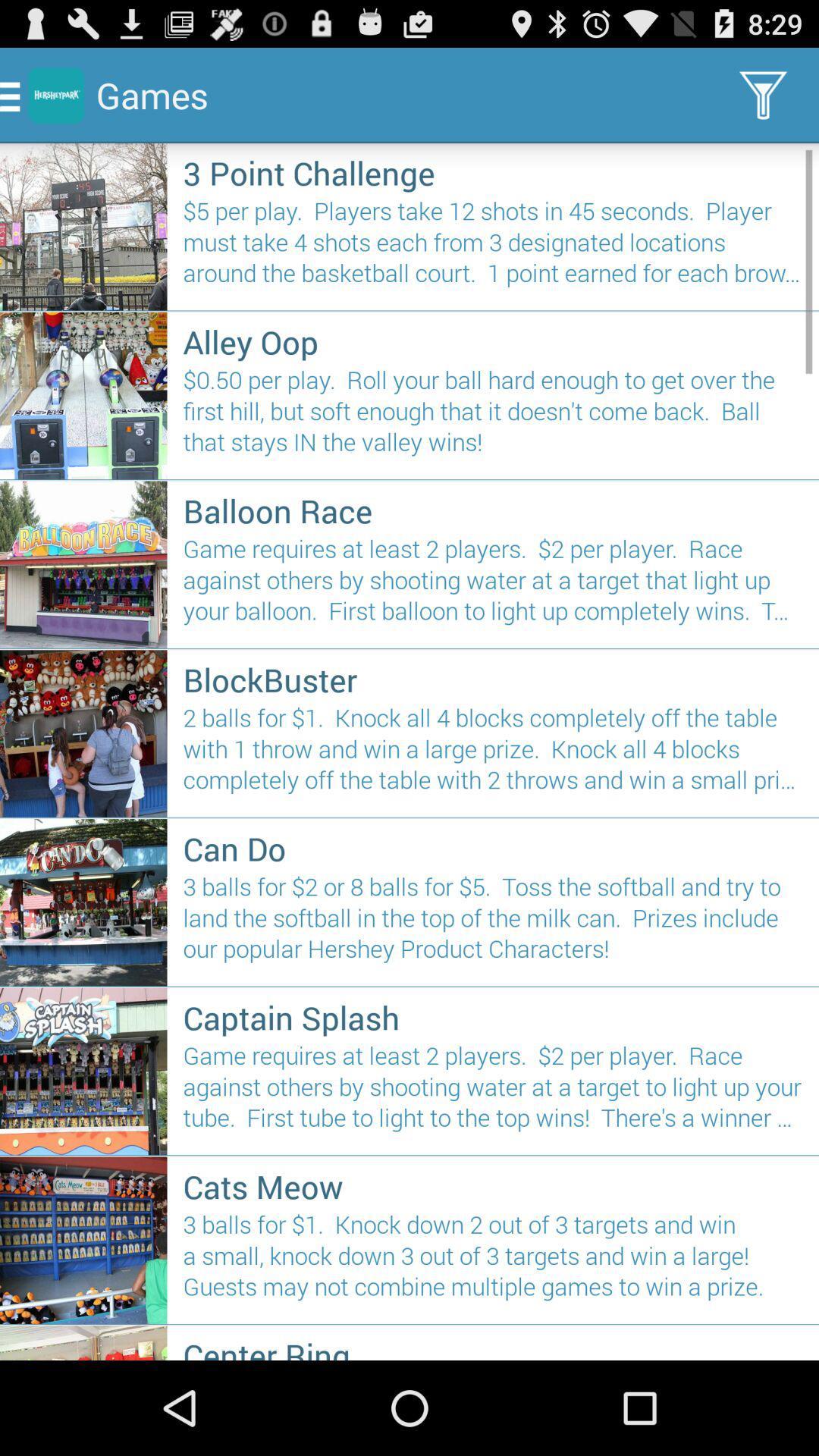 This screenshot has height=1456, width=819. Describe the element at coordinates (493, 340) in the screenshot. I see `the alley oop item` at that location.